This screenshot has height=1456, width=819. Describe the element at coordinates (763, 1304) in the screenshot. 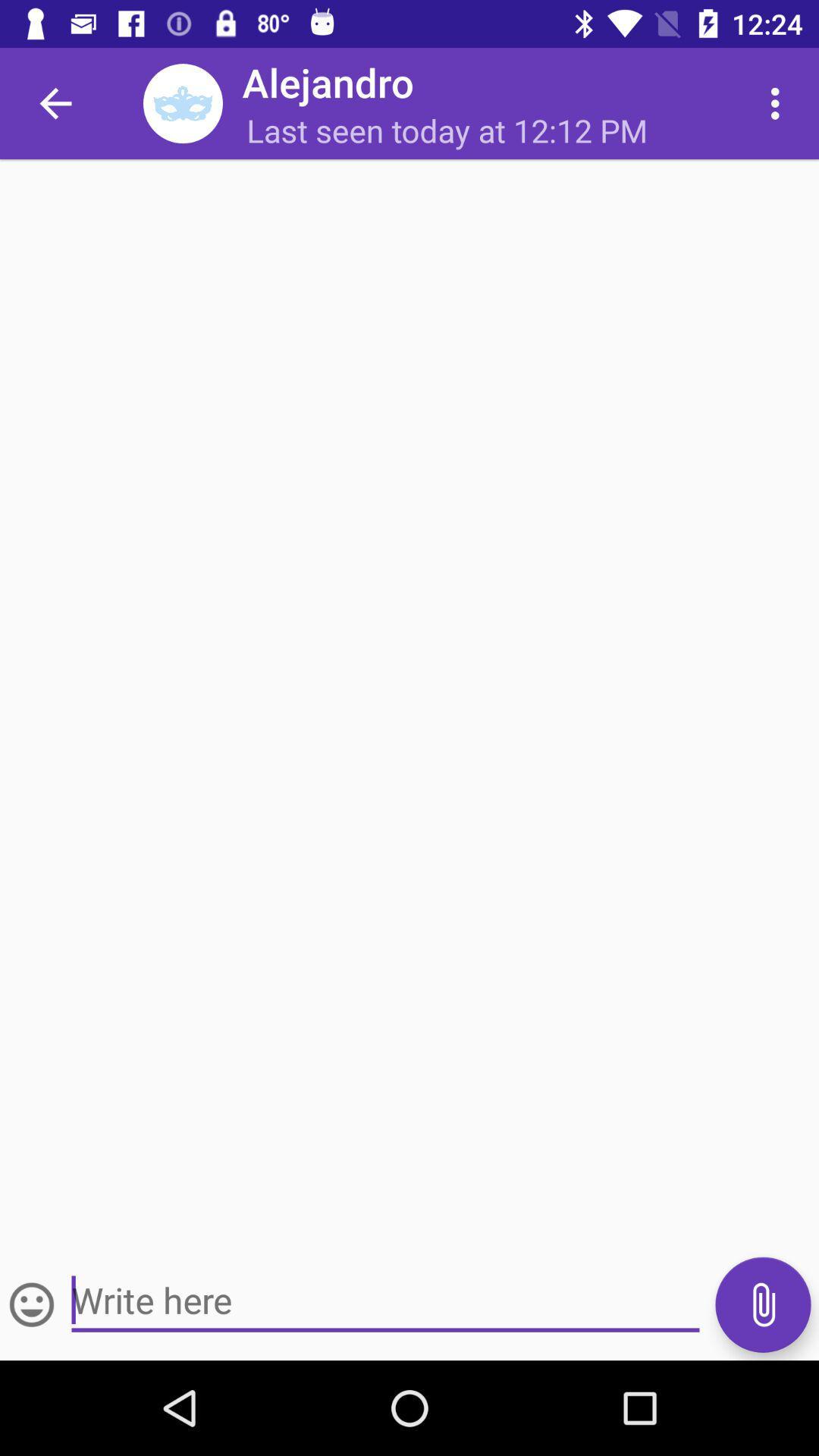

I see `the attach_file icon` at that location.